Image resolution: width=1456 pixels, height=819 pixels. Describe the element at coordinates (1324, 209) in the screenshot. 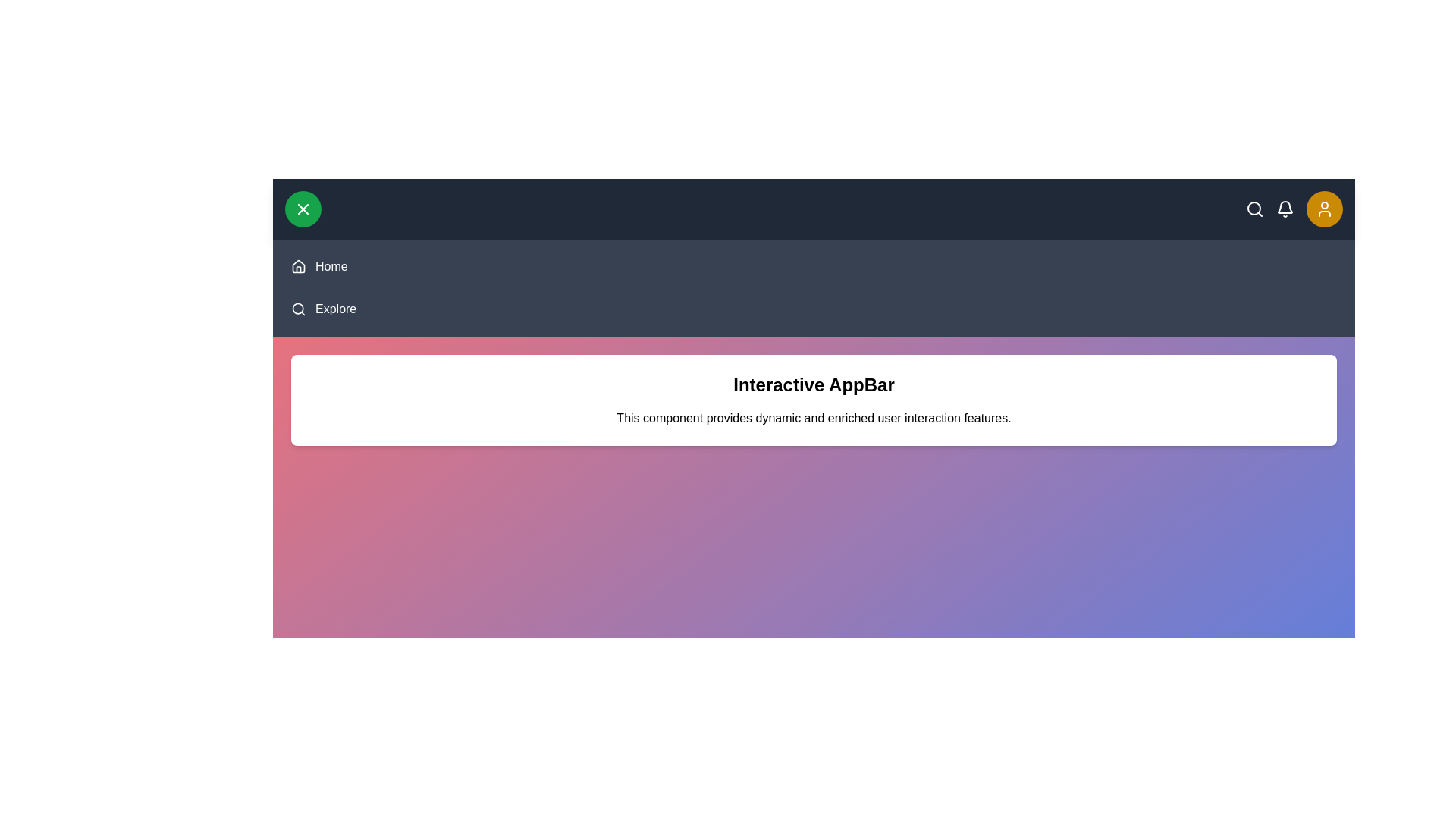

I see `yellow button in the top-right corner to toggle the profile menu` at that location.